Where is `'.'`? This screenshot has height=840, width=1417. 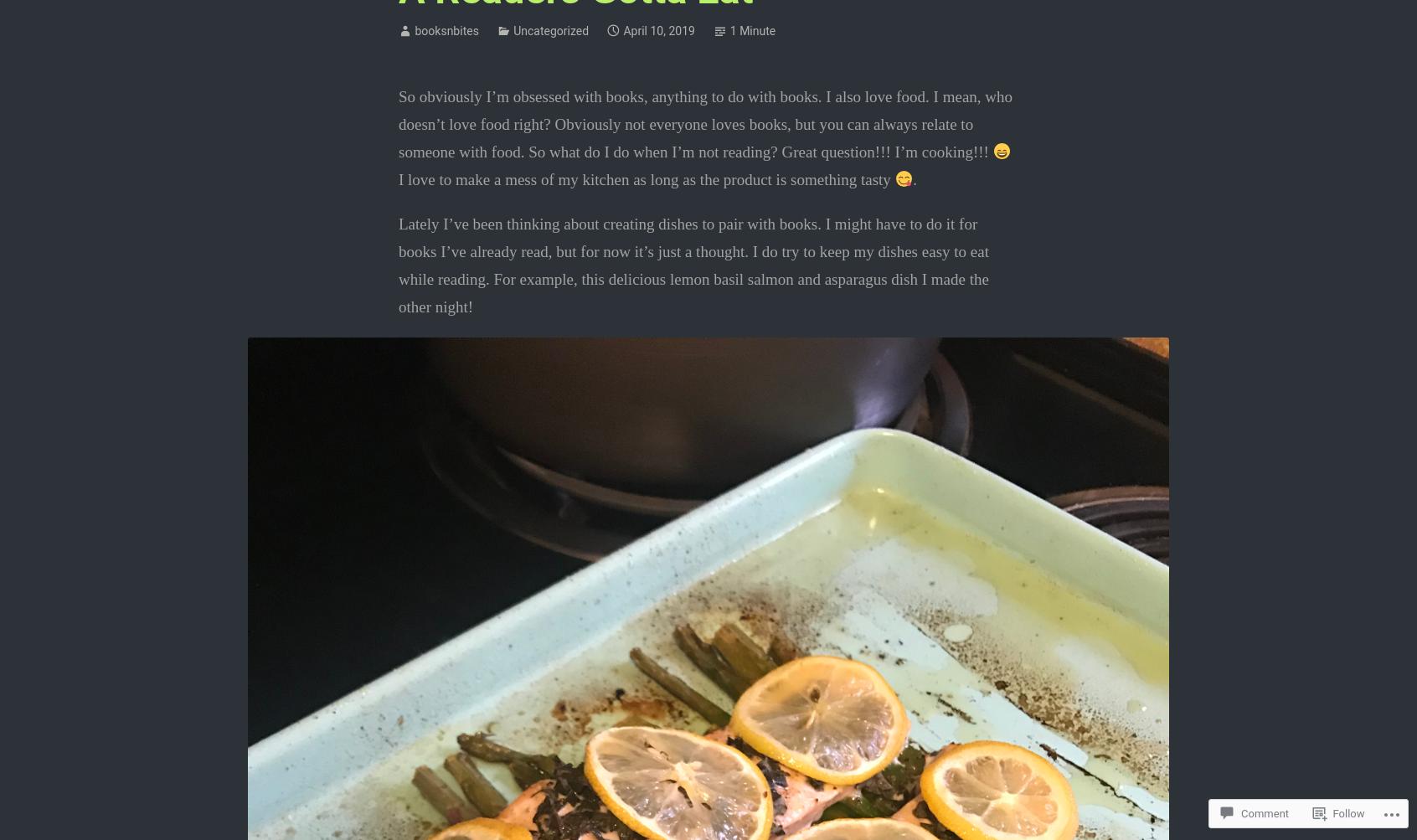
'.' is located at coordinates (915, 179).